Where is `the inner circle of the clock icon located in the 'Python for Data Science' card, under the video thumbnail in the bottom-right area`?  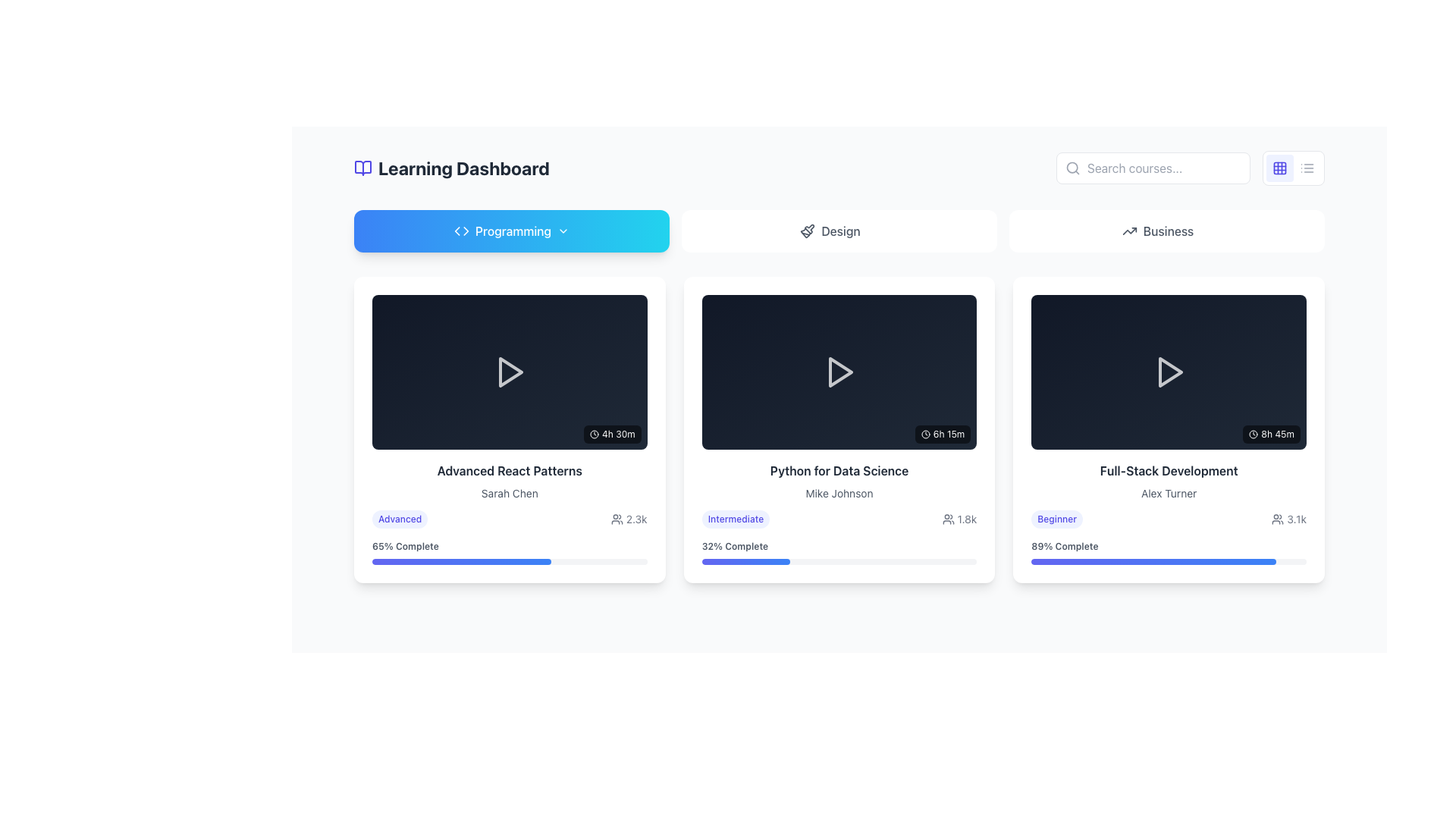
the inner circle of the clock icon located in the 'Python for Data Science' card, under the video thumbnail in the bottom-right area is located at coordinates (924, 435).